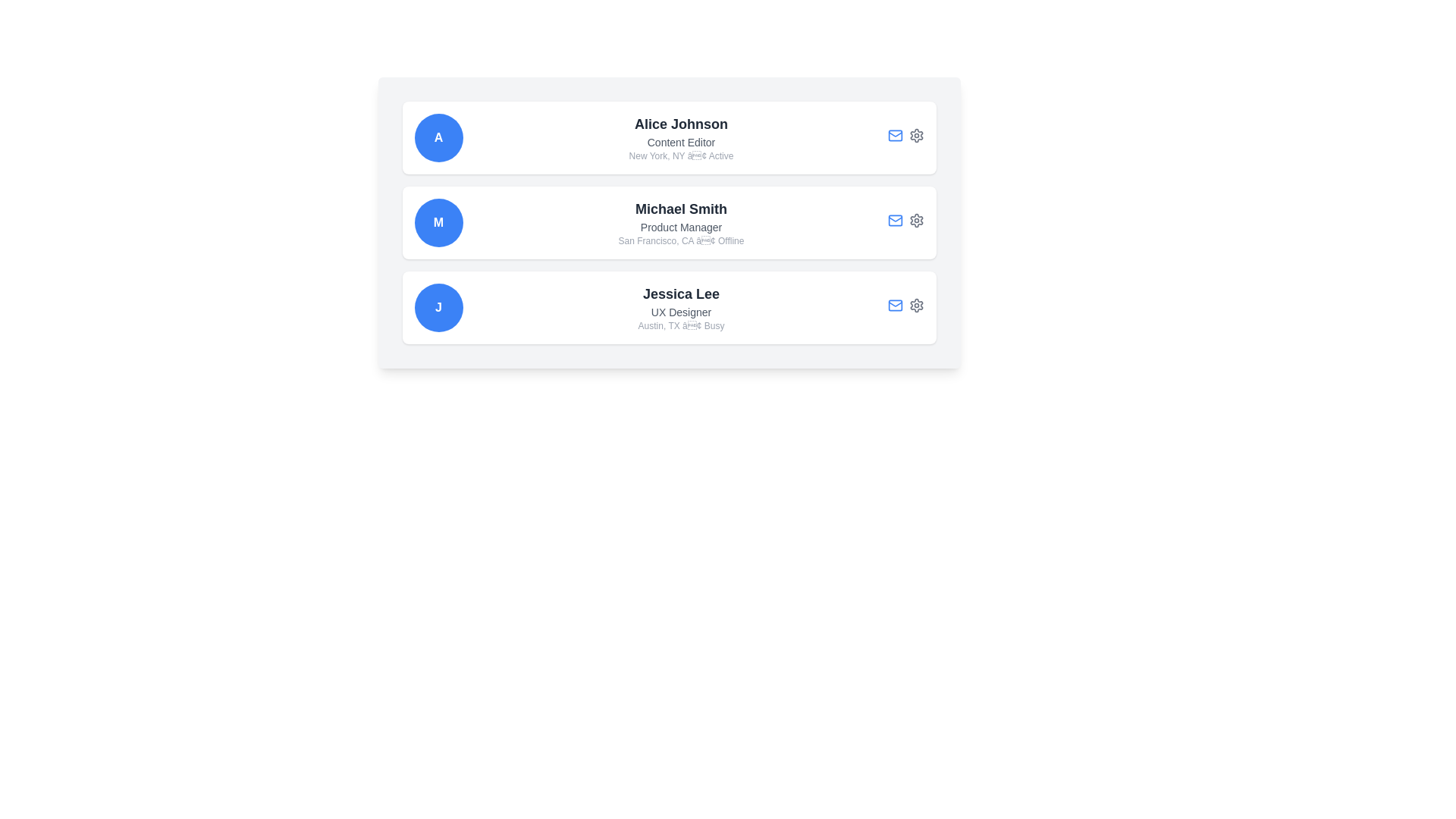 The width and height of the screenshot is (1456, 819). Describe the element at coordinates (915, 220) in the screenshot. I see `the gear icon indicating settings, located to the right of 'Michael Smith' in the middle profile card` at that location.